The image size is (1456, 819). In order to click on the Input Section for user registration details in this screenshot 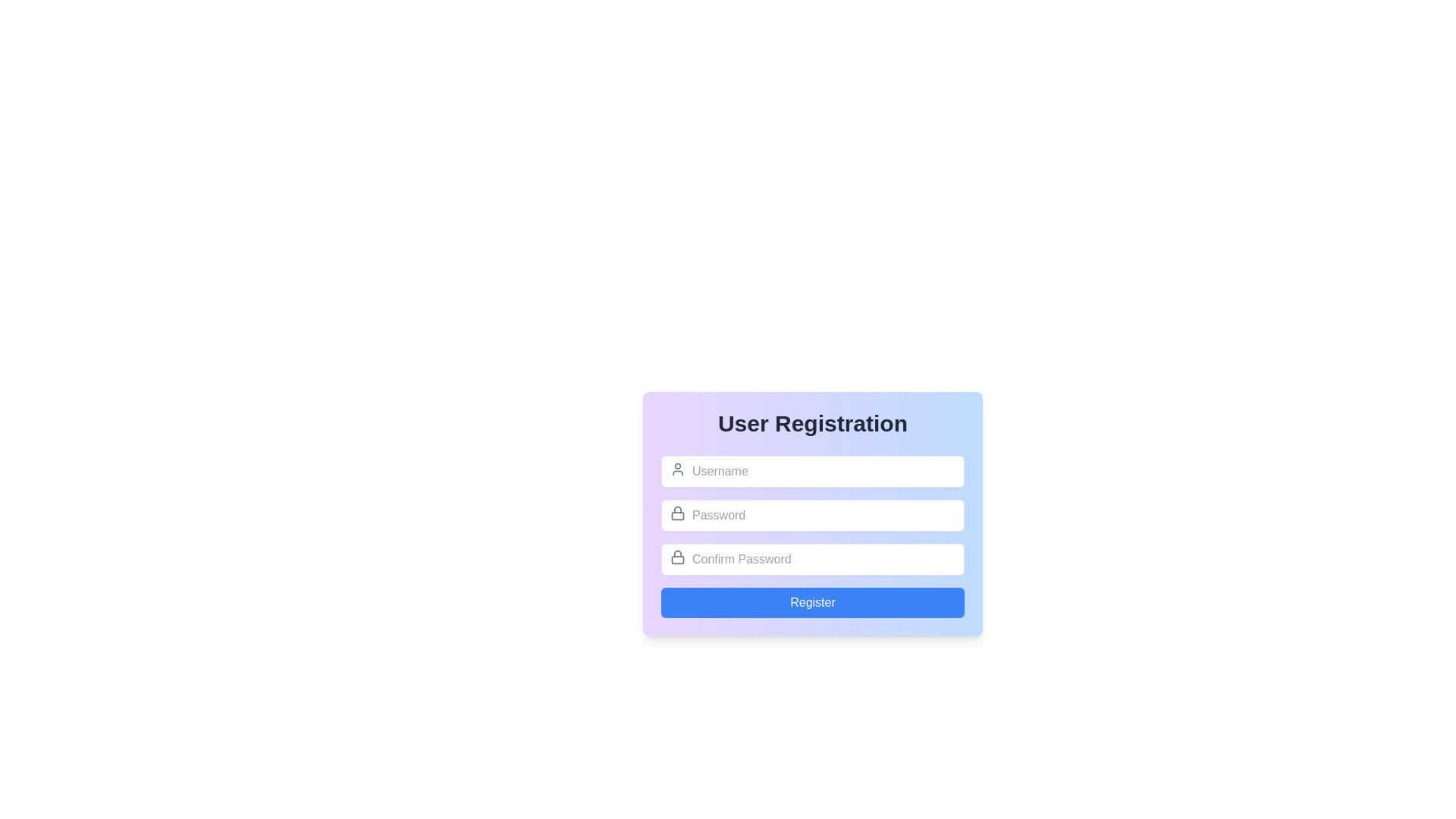, I will do `click(811, 536)`.